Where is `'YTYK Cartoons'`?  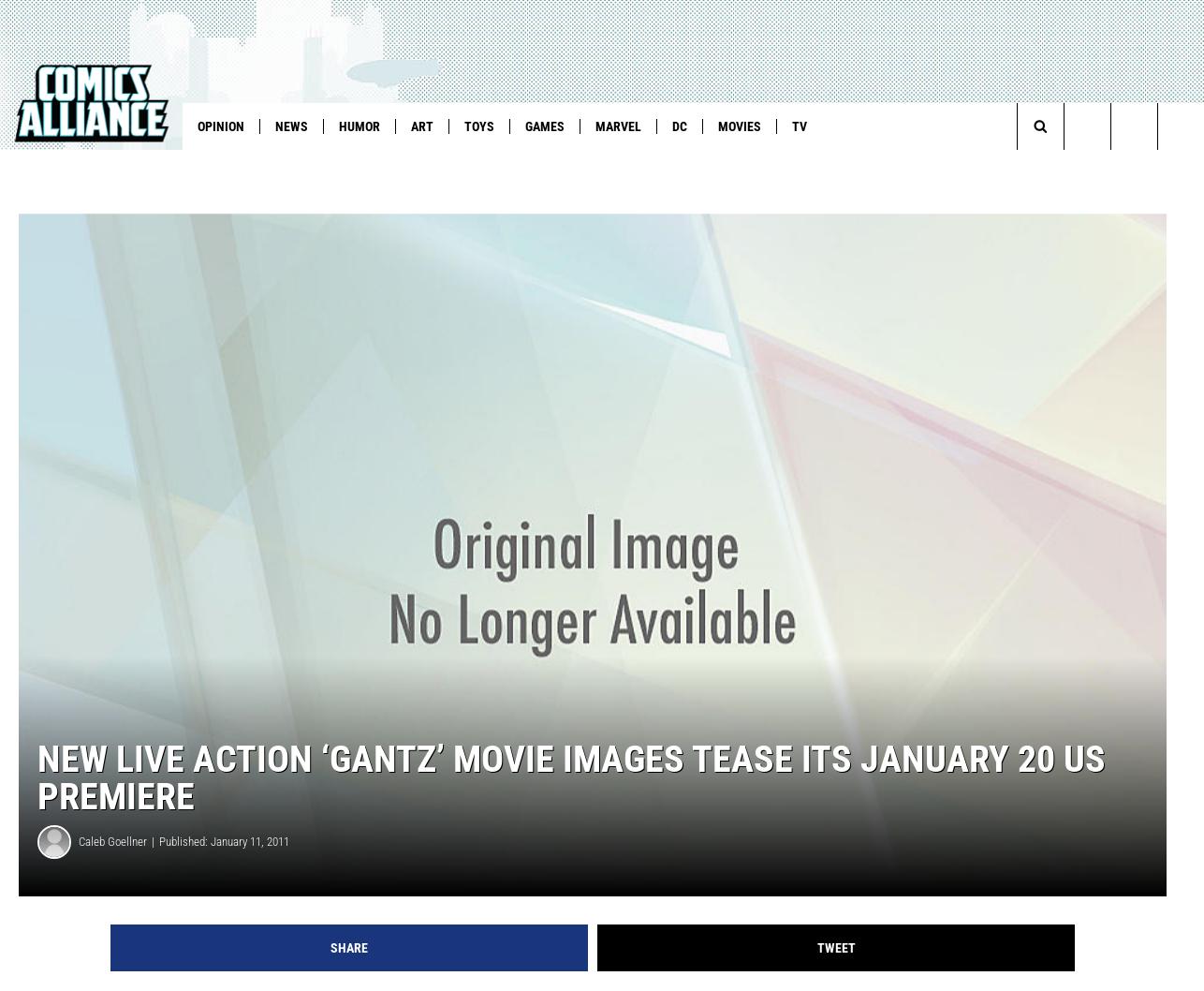 'YTYK Cartoons' is located at coordinates (612, 164).